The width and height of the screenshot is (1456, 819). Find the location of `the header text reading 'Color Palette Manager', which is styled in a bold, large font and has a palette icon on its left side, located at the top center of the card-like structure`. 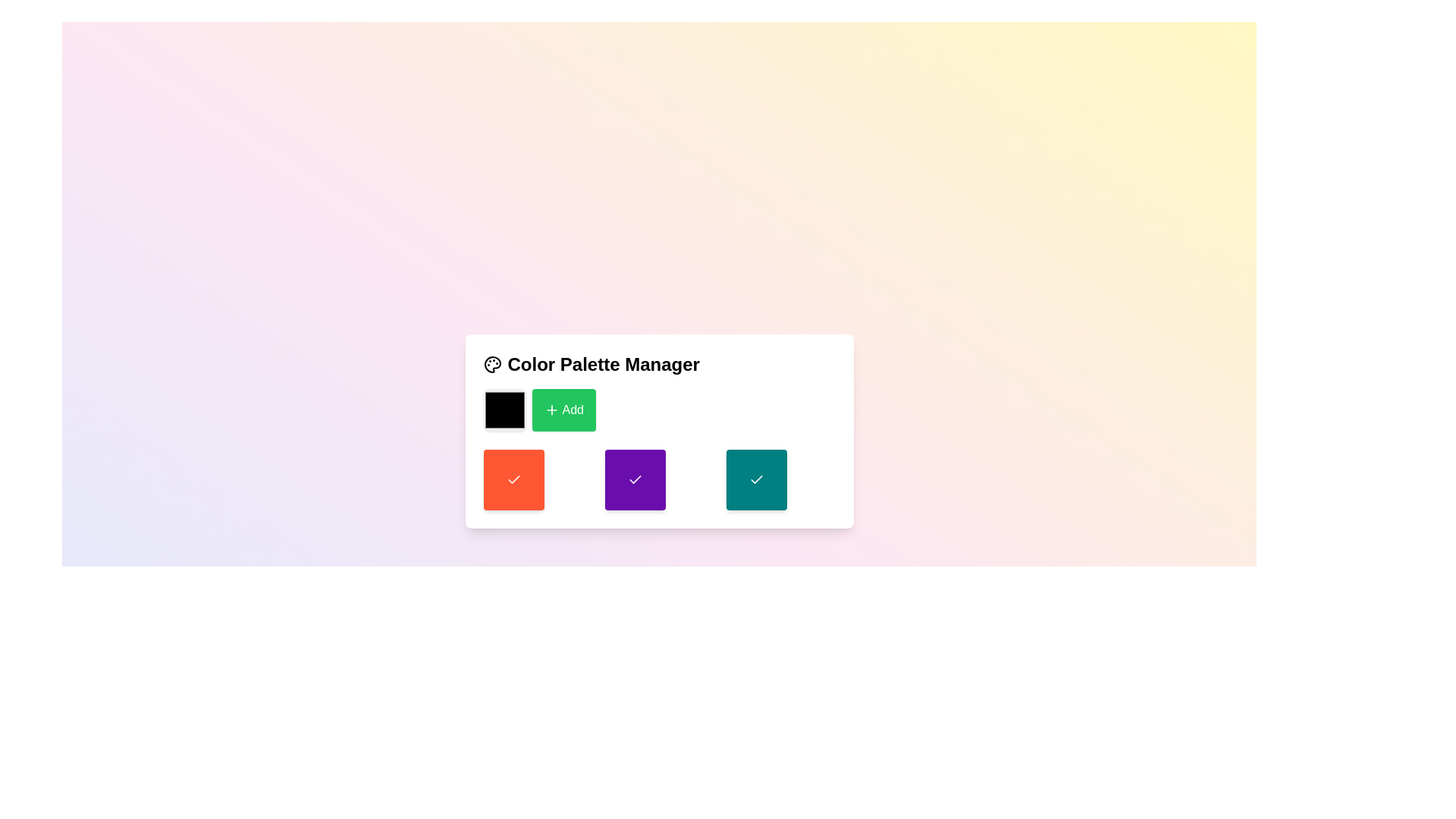

the header text reading 'Color Palette Manager', which is styled in a bold, large font and has a palette icon on its left side, located at the top center of the card-like structure is located at coordinates (659, 365).